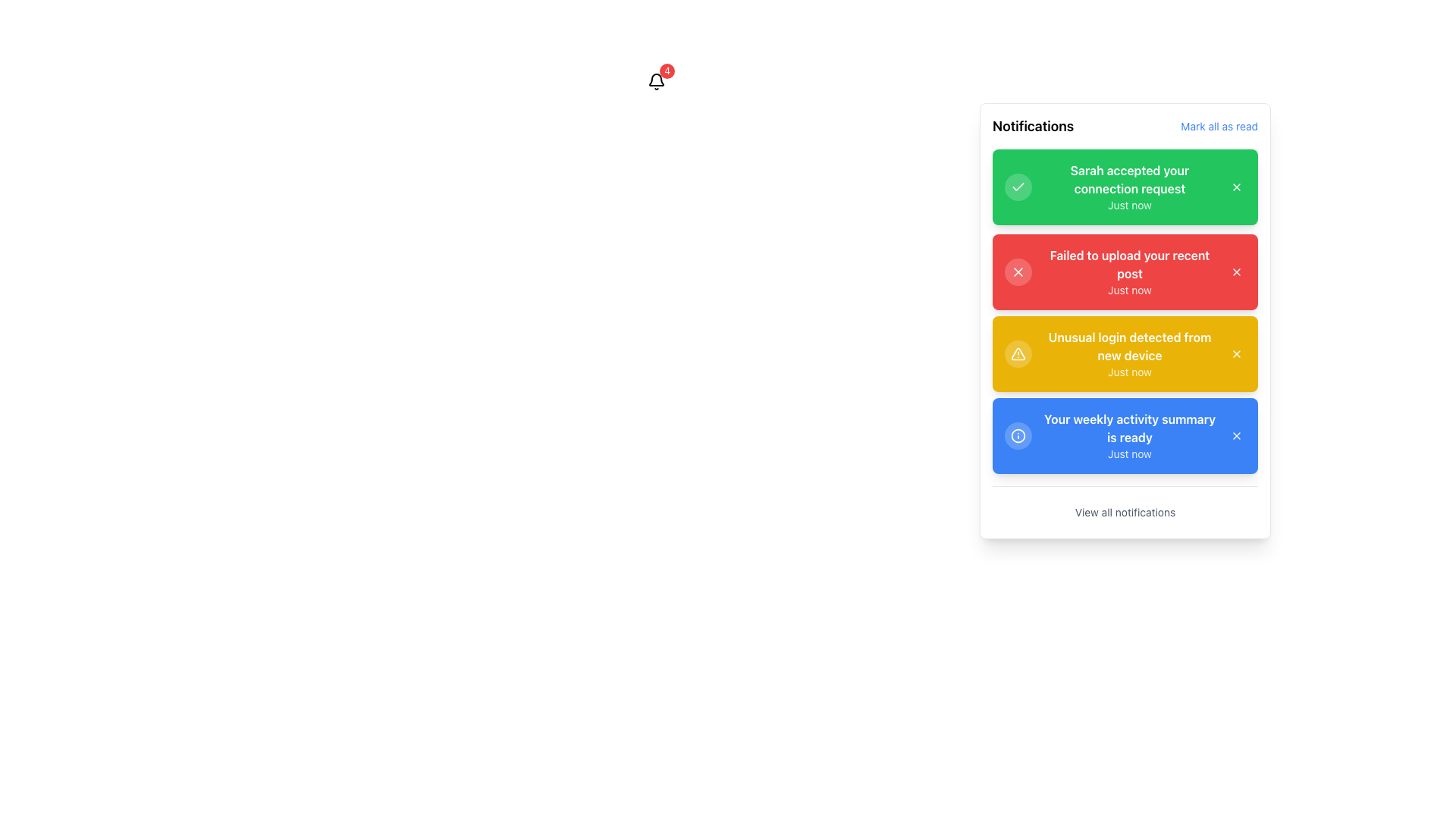  Describe the element at coordinates (1018, 353) in the screenshot. I see `the yellow triangular SVG icon that serves as a visual warning or alert symbol in the notification section when it becomes interactive` at that location.